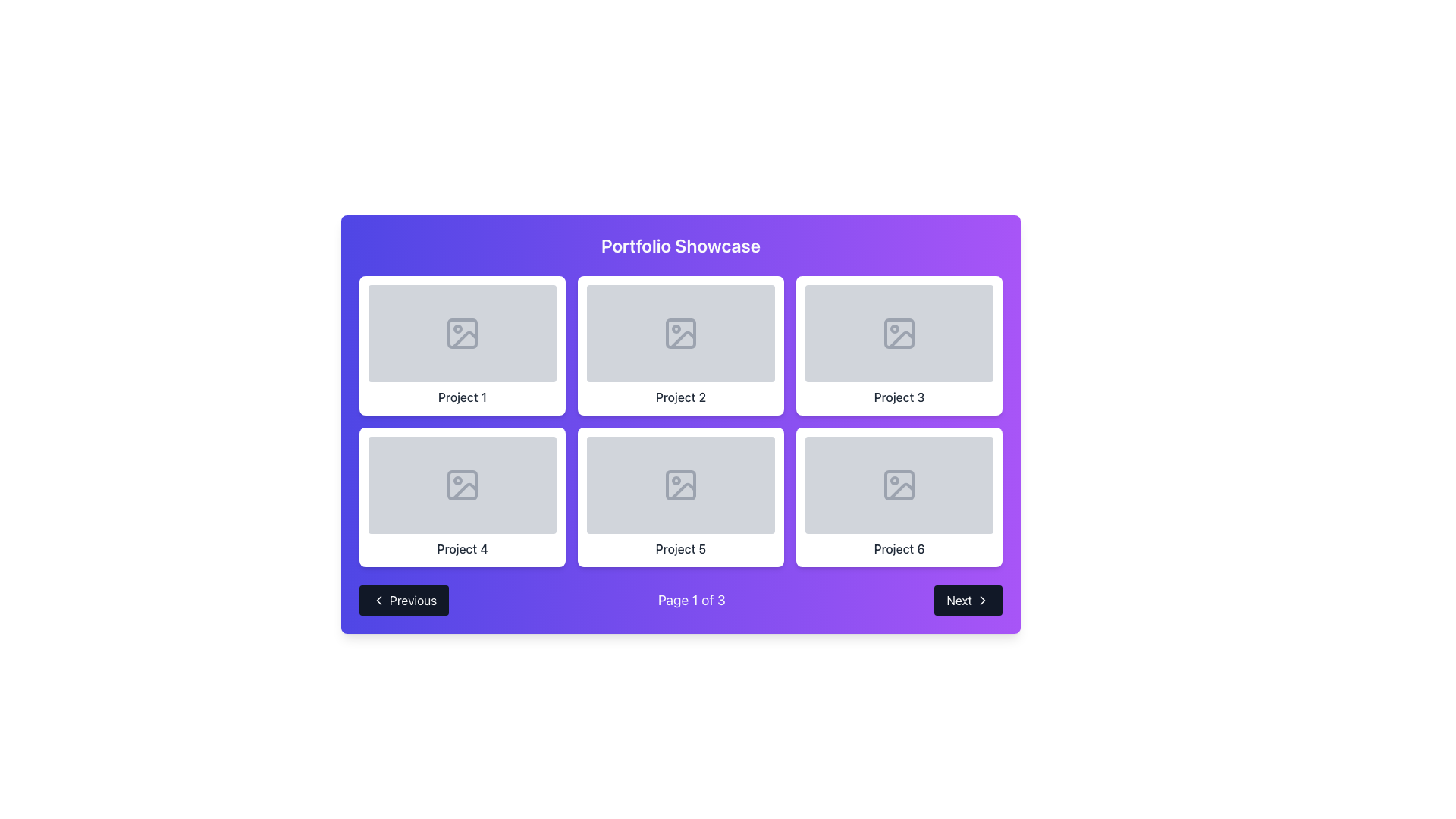  Describe the element at coordinates (679, 549) in the screenshot. I see `the Text Label located beneath the image area of the fifth project card in the bottom-right panel of the grid layout` at that location.